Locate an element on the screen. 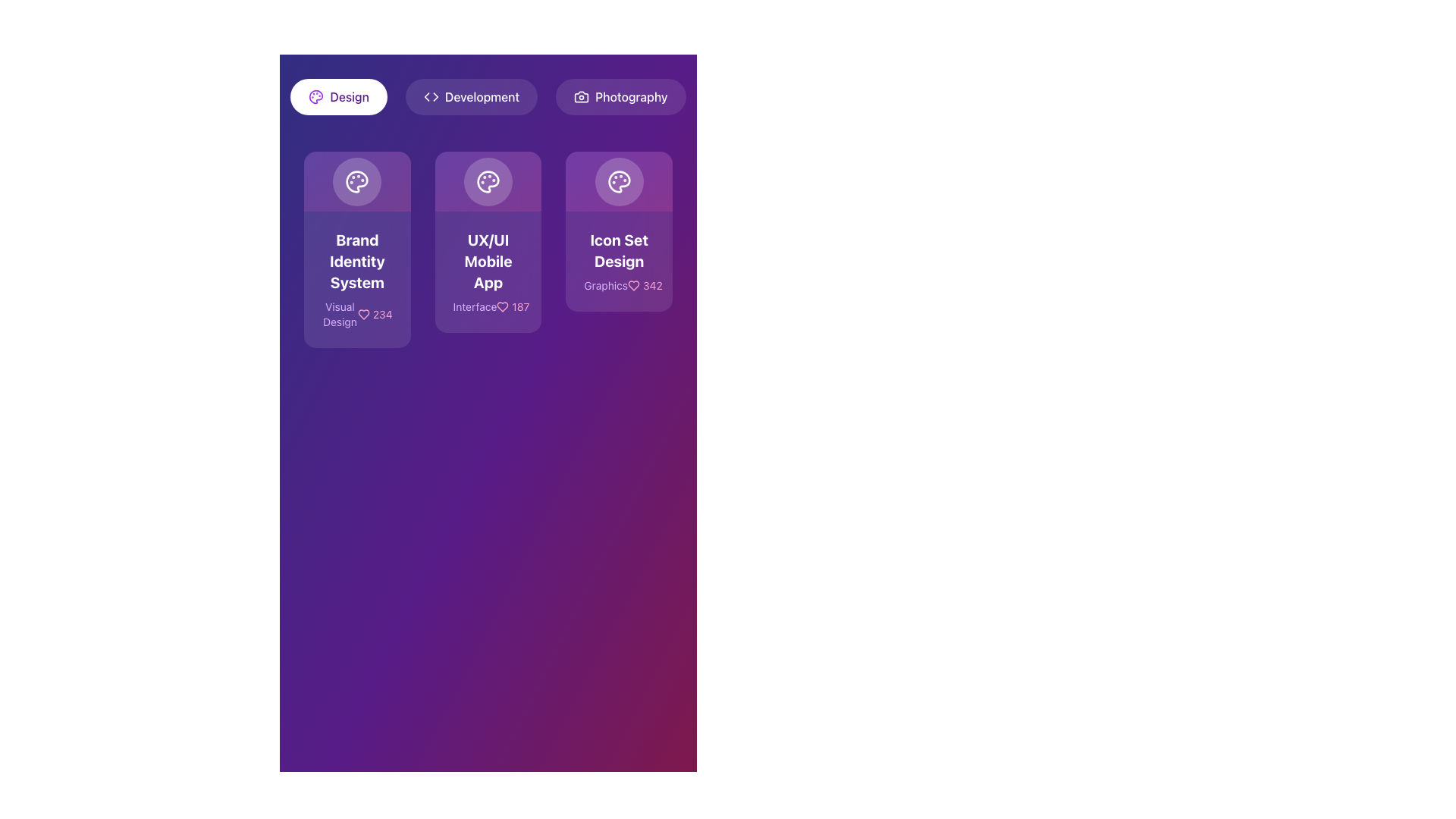 The image size is (1456, 819). the Decorative icon that visually represents the 'Brand Identity System' within the first card under the 'Design' tab is located at coordinates (356, 180).